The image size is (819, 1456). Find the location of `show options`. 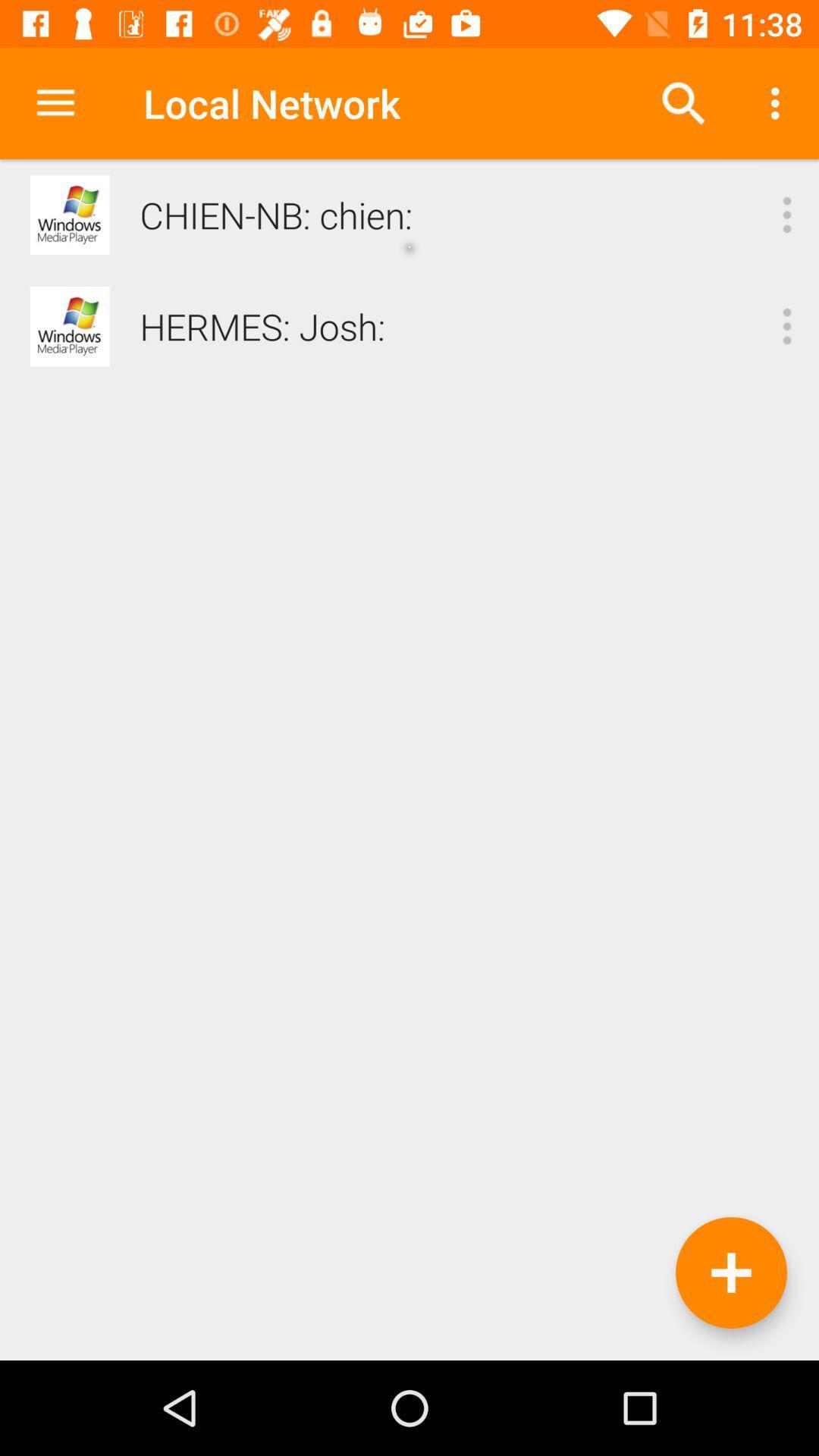

show options is located at coordinates (786, 214).